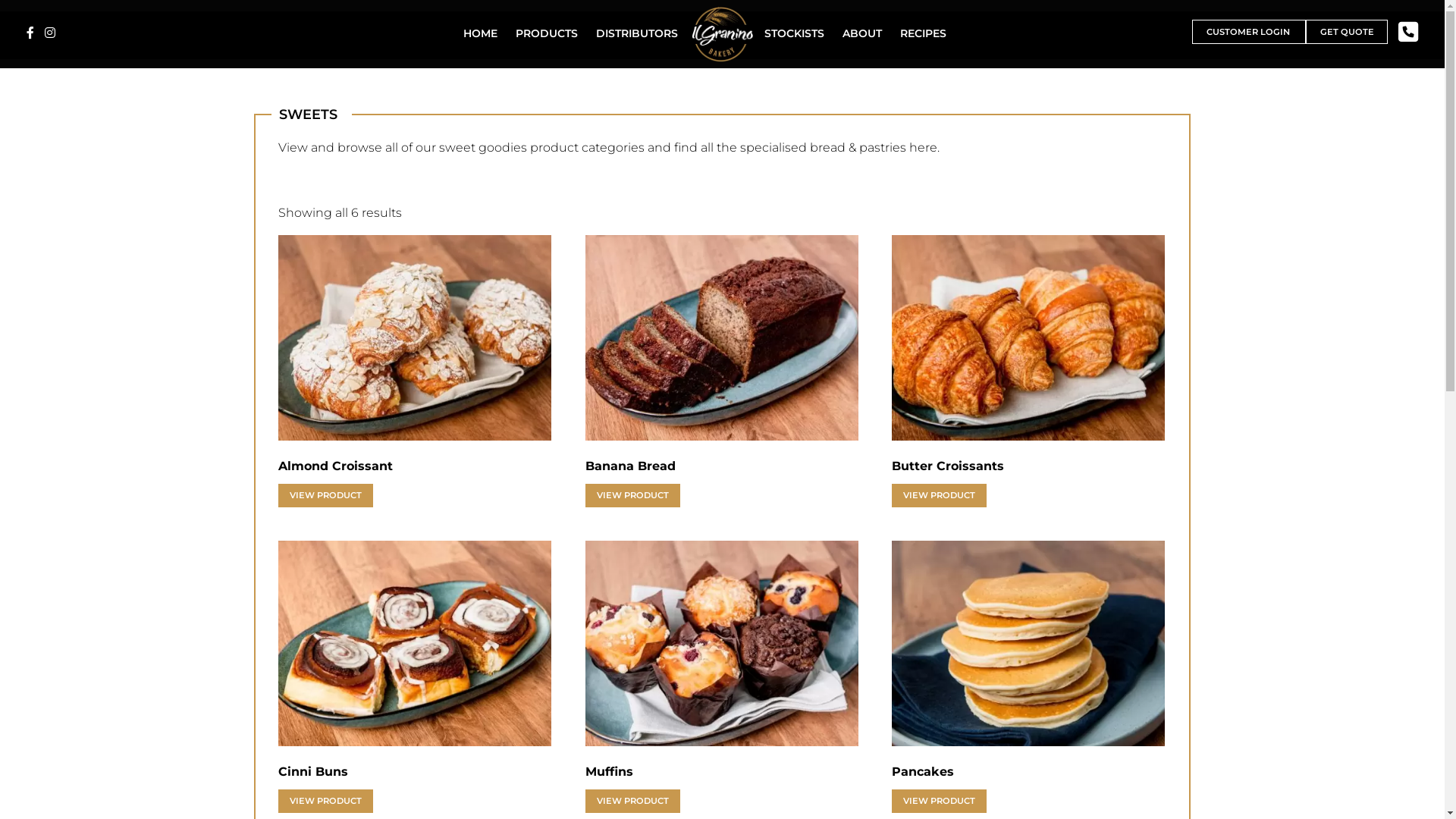 The image size is (1456, 819). Describe the element at coordinates (1191, 32) in the screenshot. I see `'CUSTOMER LOGIN'` at that location.